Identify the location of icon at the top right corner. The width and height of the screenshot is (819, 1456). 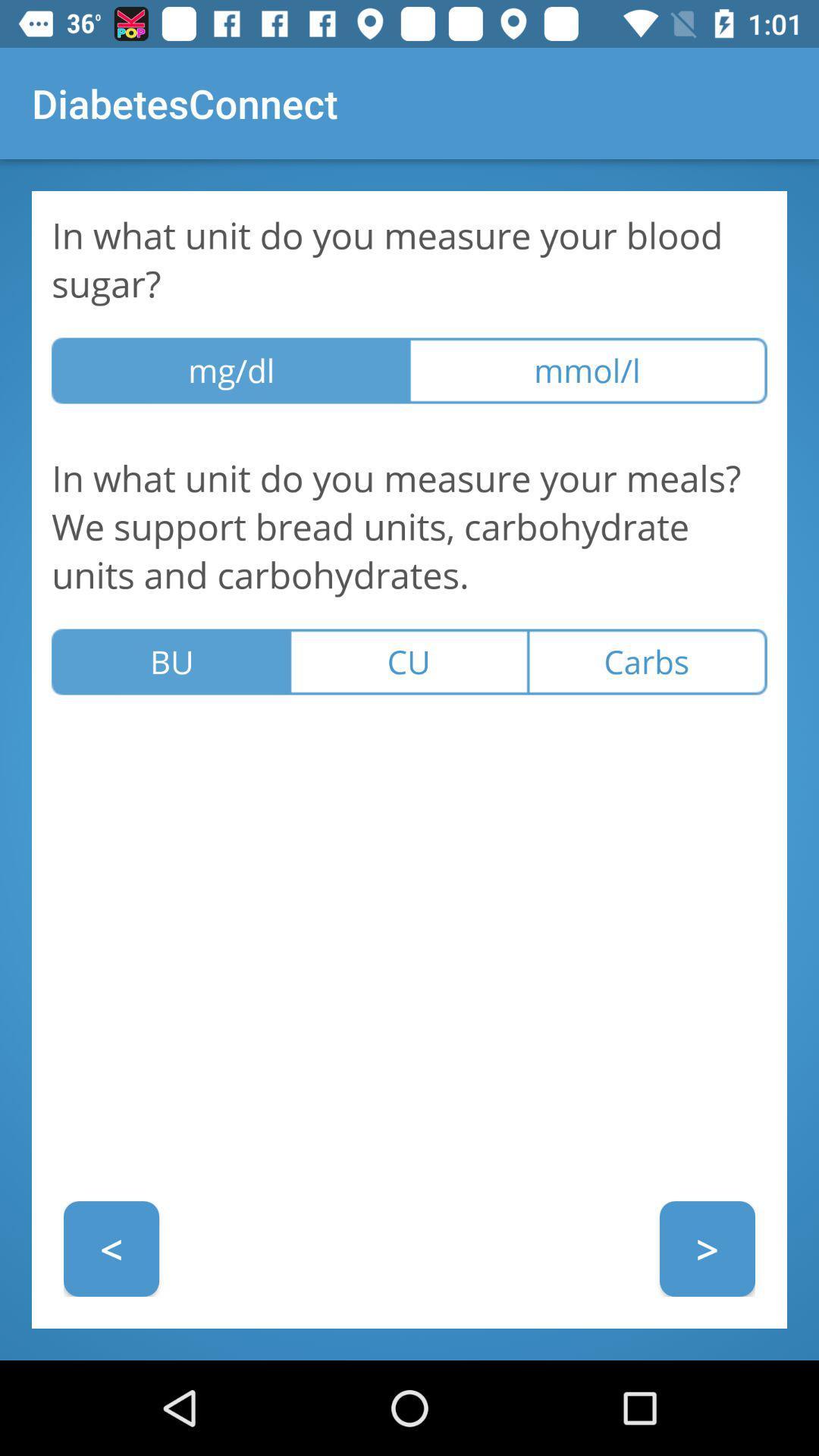
(587, 371).